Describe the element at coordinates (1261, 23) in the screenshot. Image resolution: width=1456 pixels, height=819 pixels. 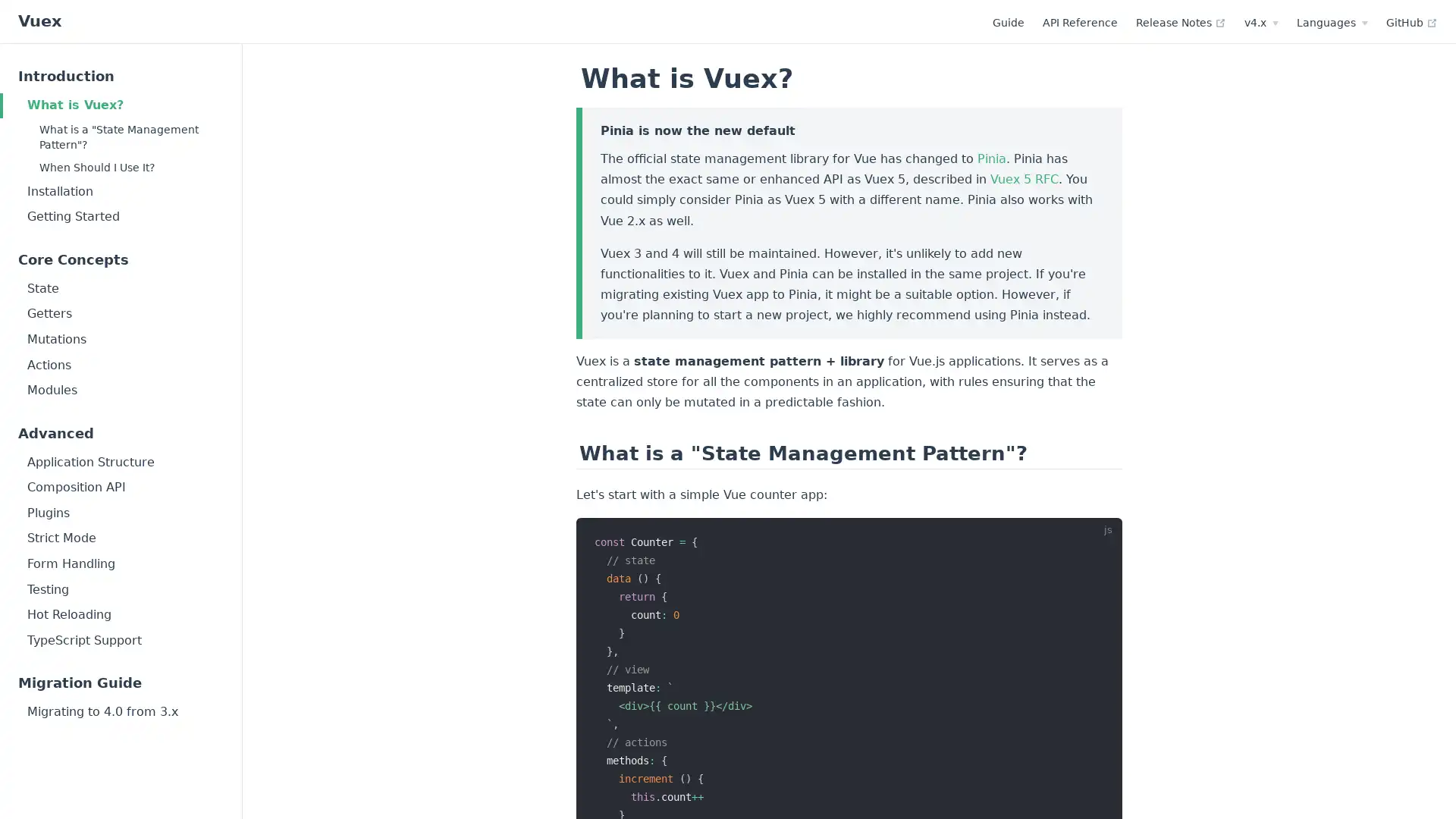
I see `v4.x` at that location.